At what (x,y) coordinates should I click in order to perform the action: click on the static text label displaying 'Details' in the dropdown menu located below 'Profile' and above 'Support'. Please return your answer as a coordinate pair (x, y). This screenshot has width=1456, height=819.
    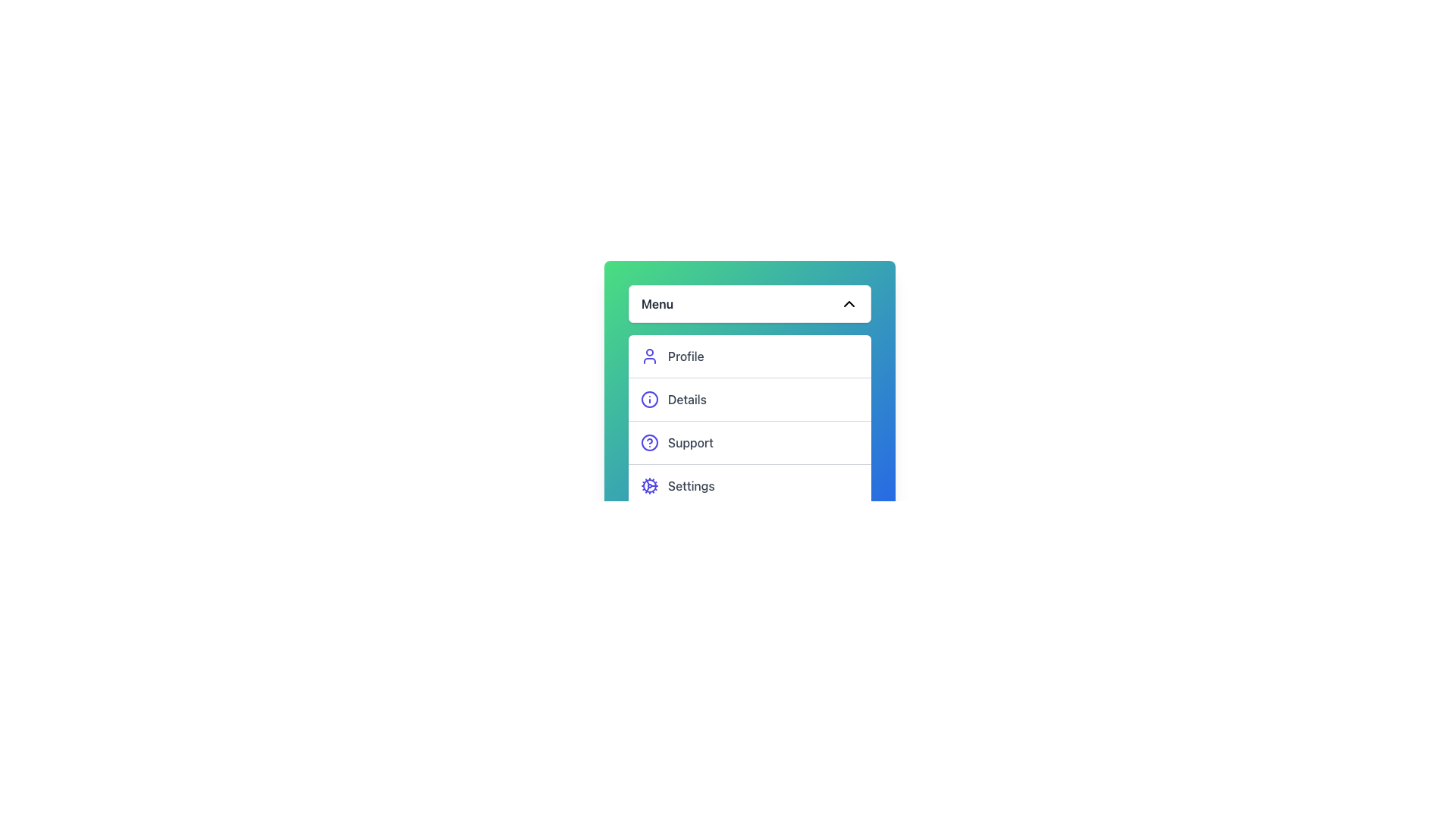
    Looking at the image, I should click on (686, 399).